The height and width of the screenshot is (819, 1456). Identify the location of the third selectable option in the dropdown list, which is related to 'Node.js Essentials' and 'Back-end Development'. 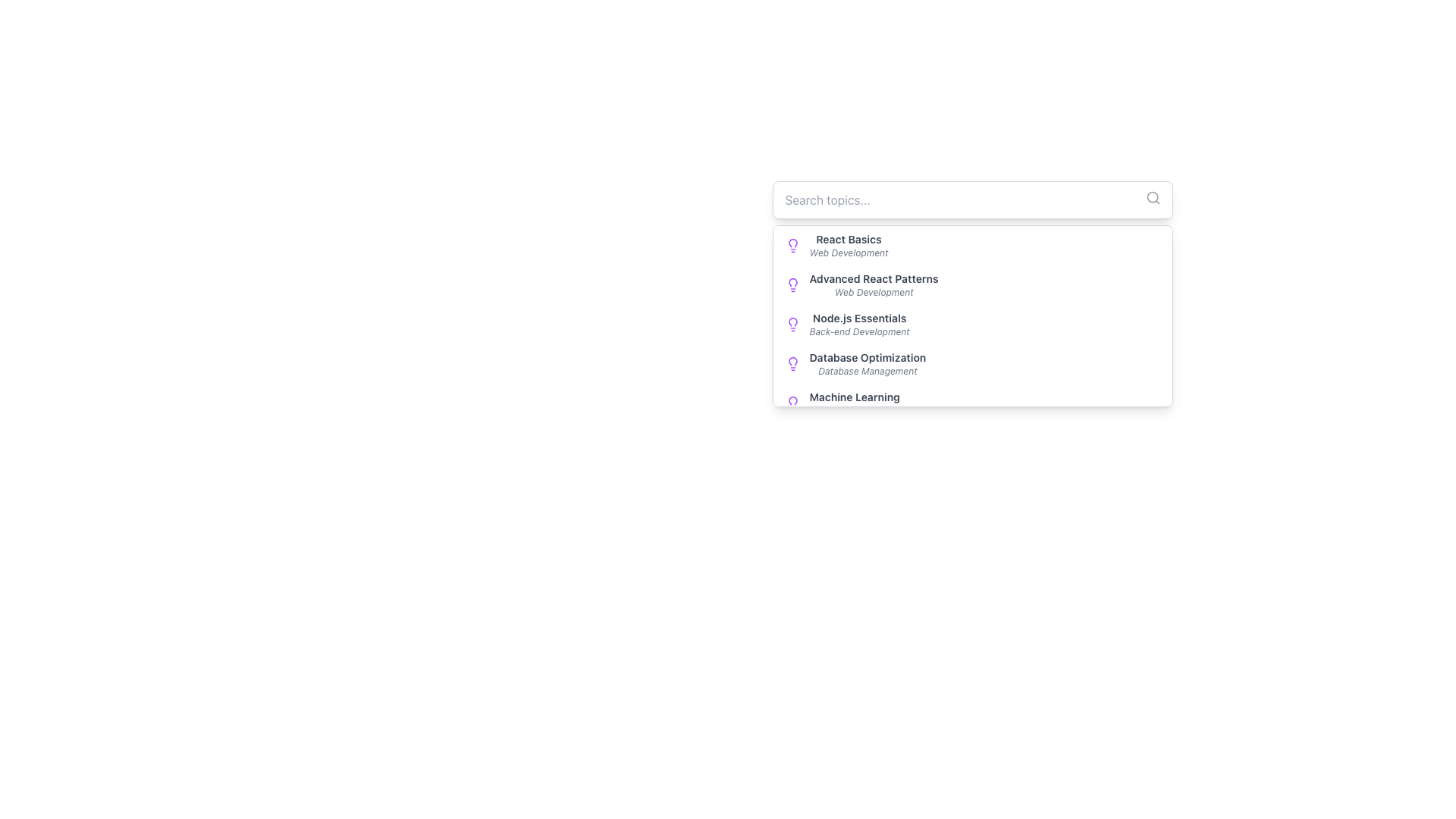
(972, 324).